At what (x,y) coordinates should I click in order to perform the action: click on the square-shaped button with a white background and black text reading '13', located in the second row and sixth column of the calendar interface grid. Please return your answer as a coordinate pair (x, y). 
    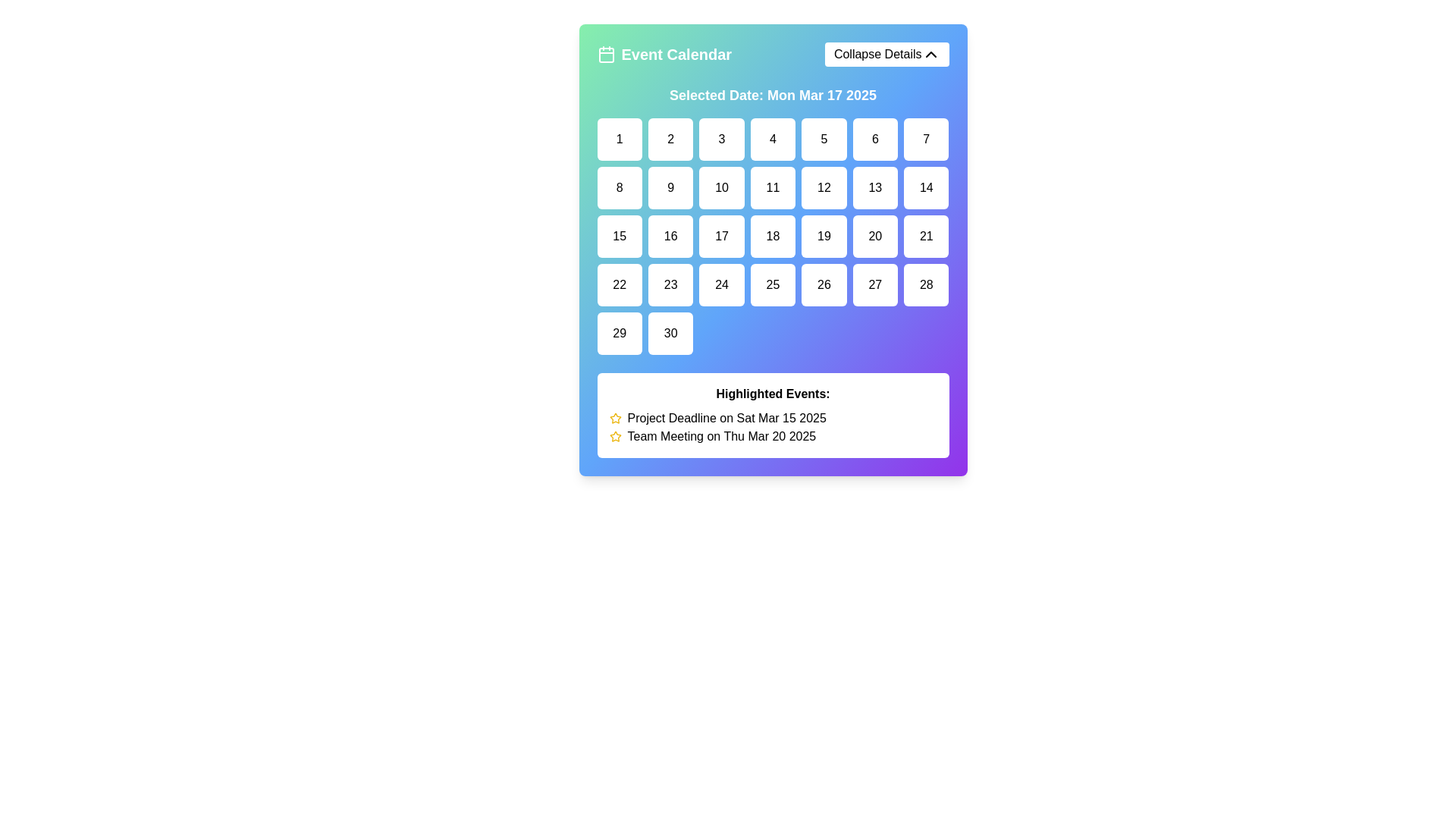
    Looking at the image, I should click on (875, 187).